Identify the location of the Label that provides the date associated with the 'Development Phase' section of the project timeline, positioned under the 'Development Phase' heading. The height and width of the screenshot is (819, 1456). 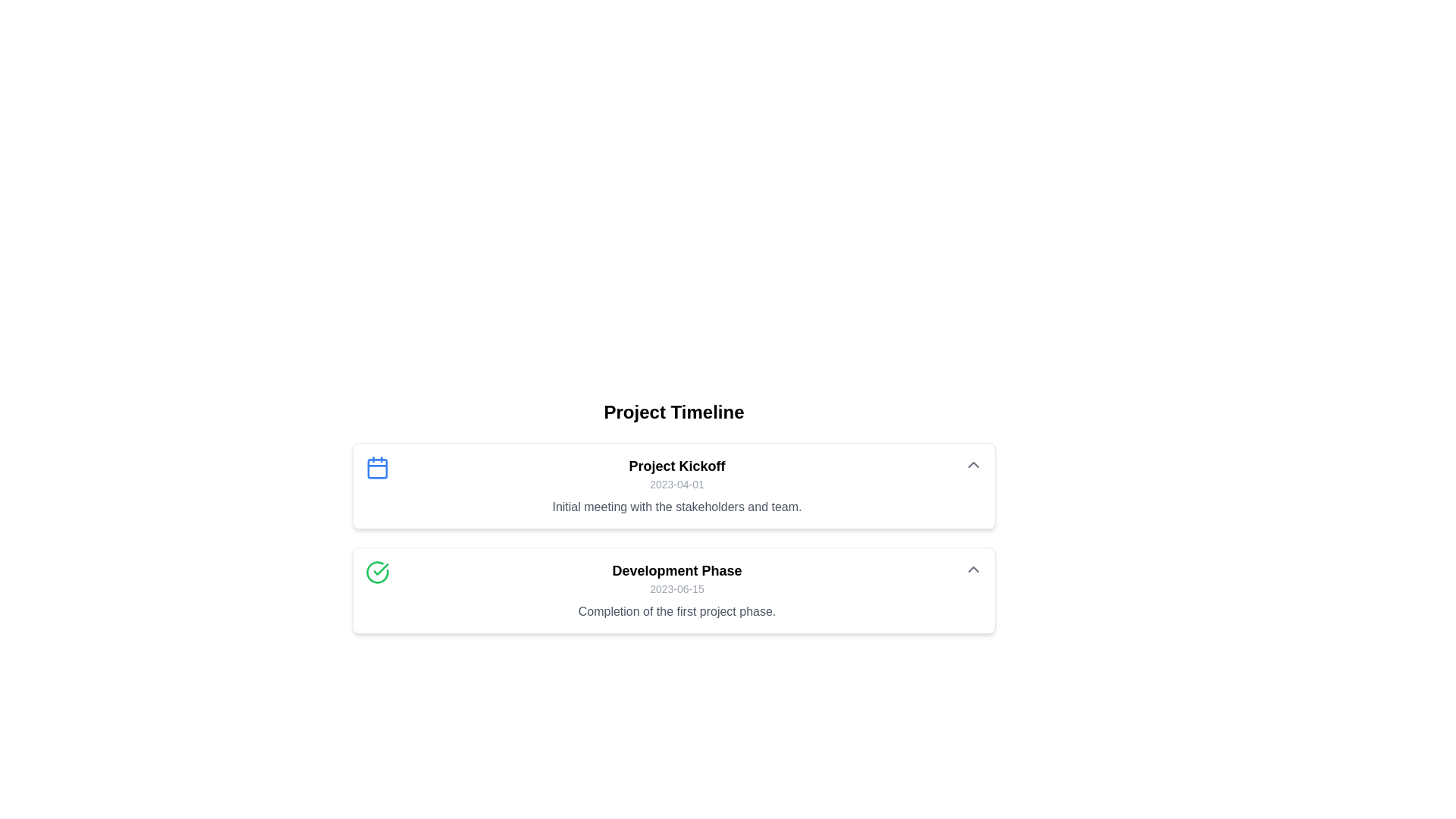
(676, 588).